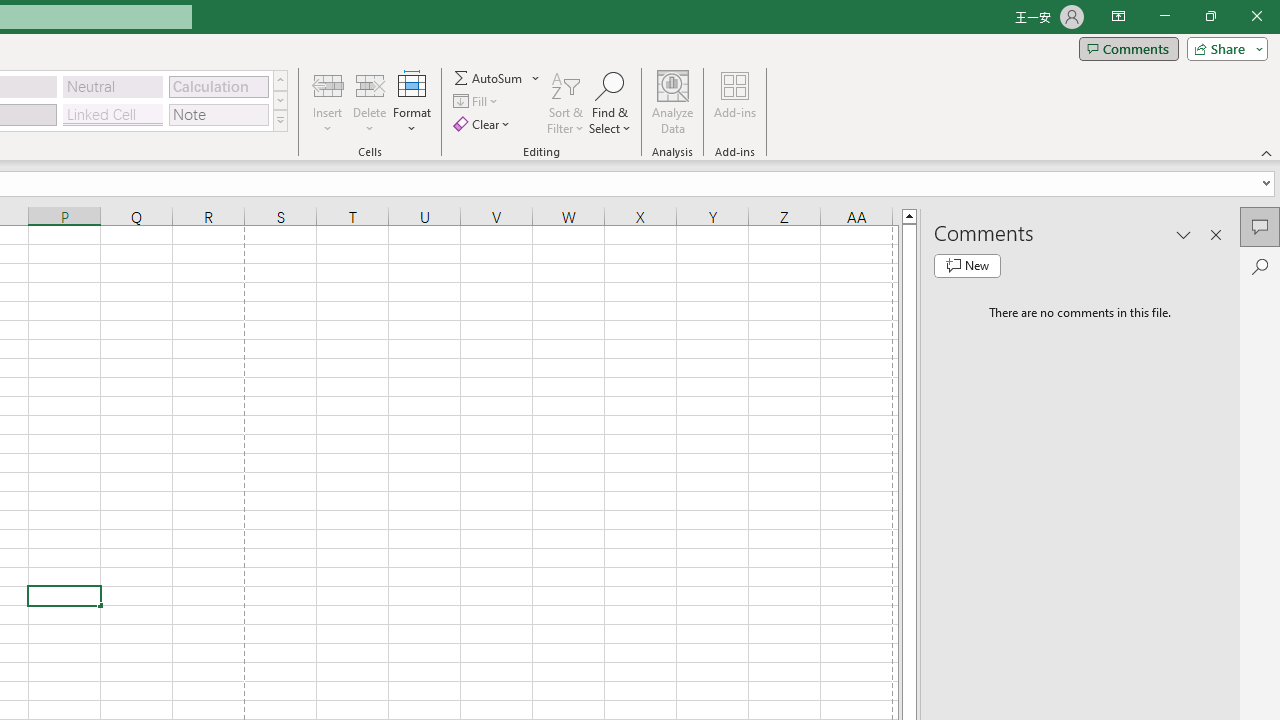 This screenshot has height=720, width=1280. Describe the element at coordinates (218, 114) in the screenshot. I see `'Note'` at that location.